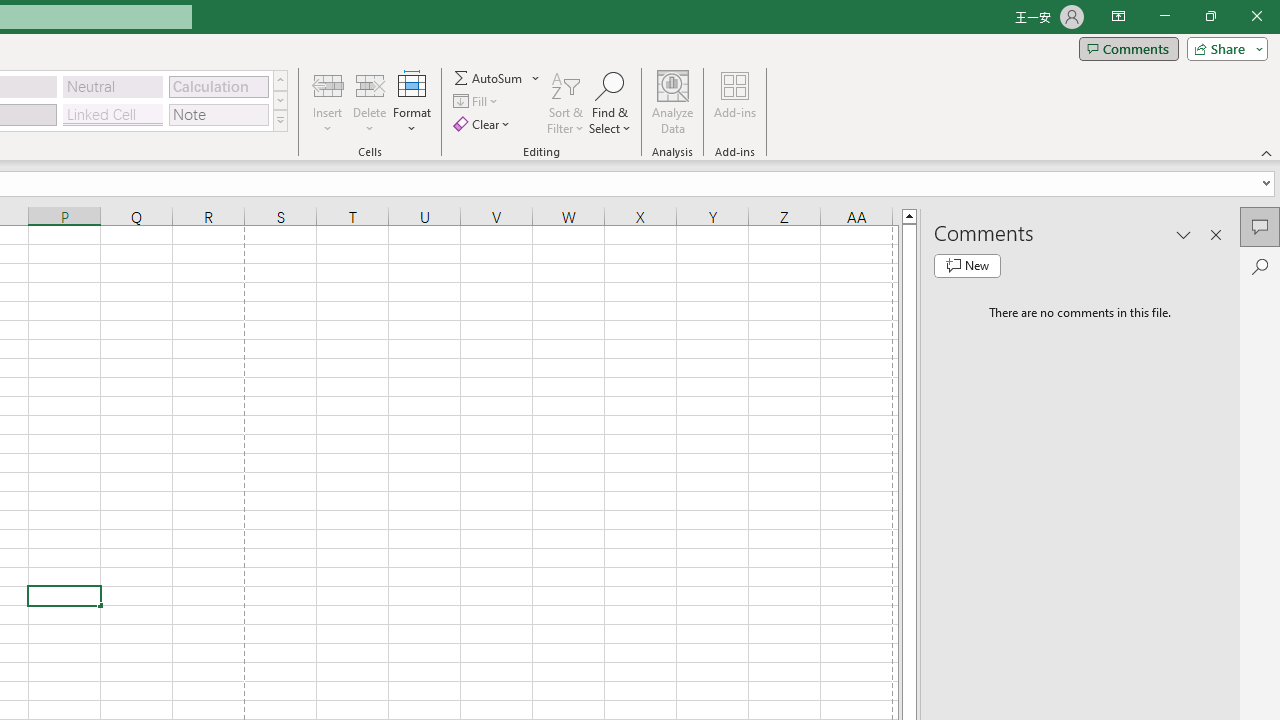 This screenshot has height=720, width=1280. Describe the element at coordinates (218, 114) in the screenshot. I see `'Note'` at that location.